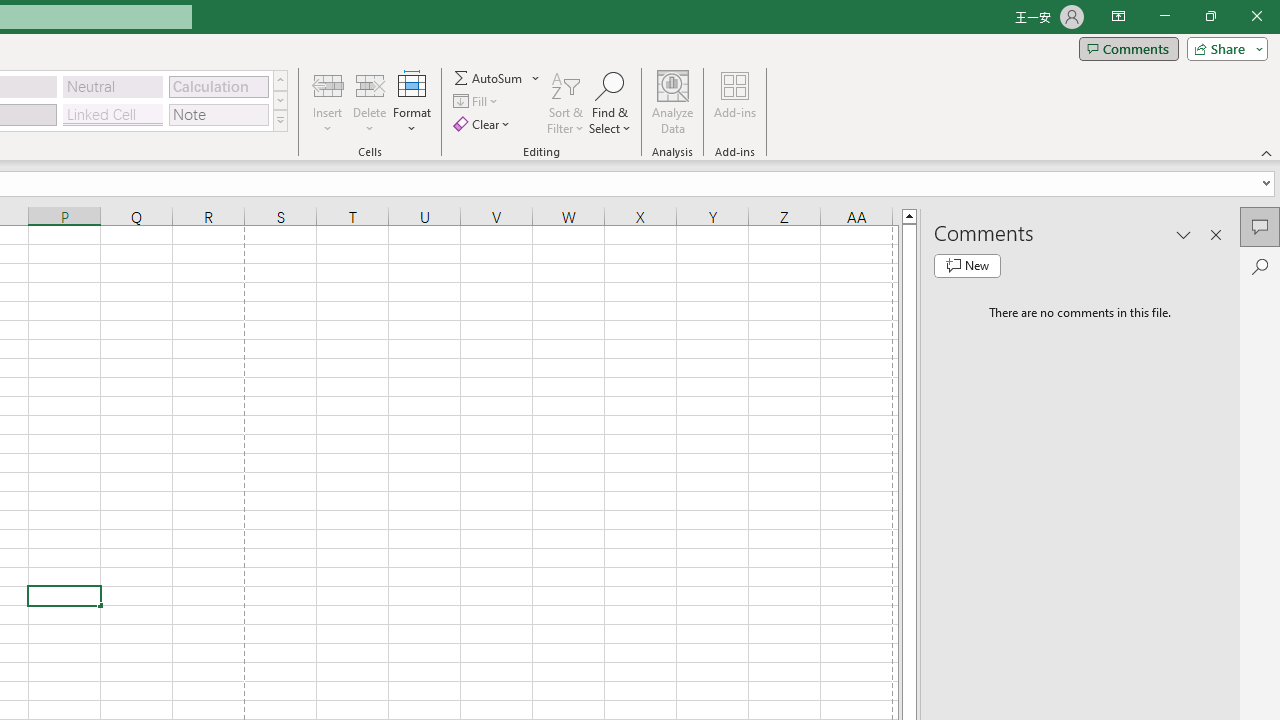 This screenshot has height=720, width=1280. Describe the element at coordinates (218, 114) in the screenshot. I see `'Note'` at that location.